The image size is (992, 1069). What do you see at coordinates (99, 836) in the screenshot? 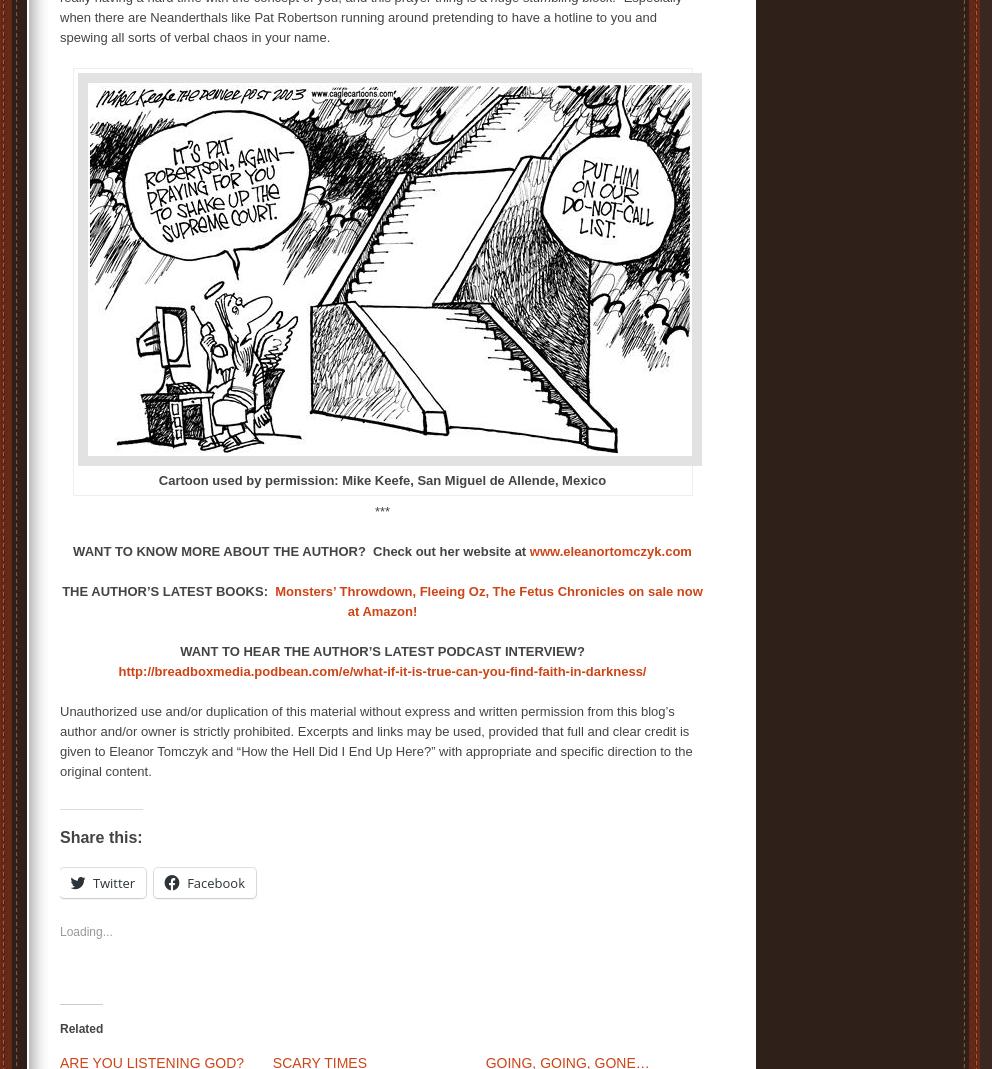
I see `'Share this:'` at bounding box center [99, 836].